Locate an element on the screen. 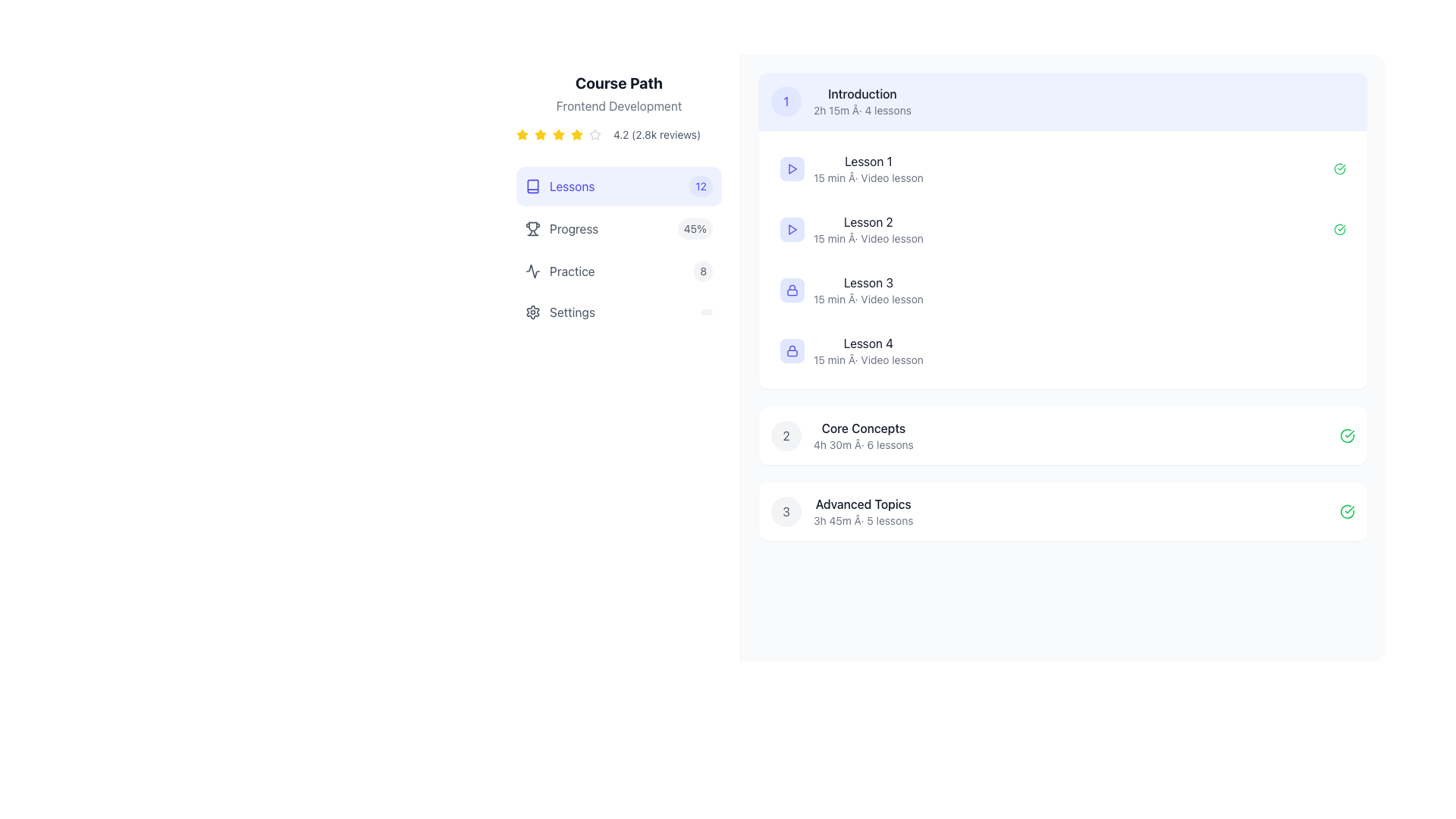 This screenshot has height=819, width=1456. the upper circular arc of the SVG icon representing a check mark, which is styled with a thin green stroke and located to the right of the 'Lesson 2' text is located at coordinates (1339, 169).